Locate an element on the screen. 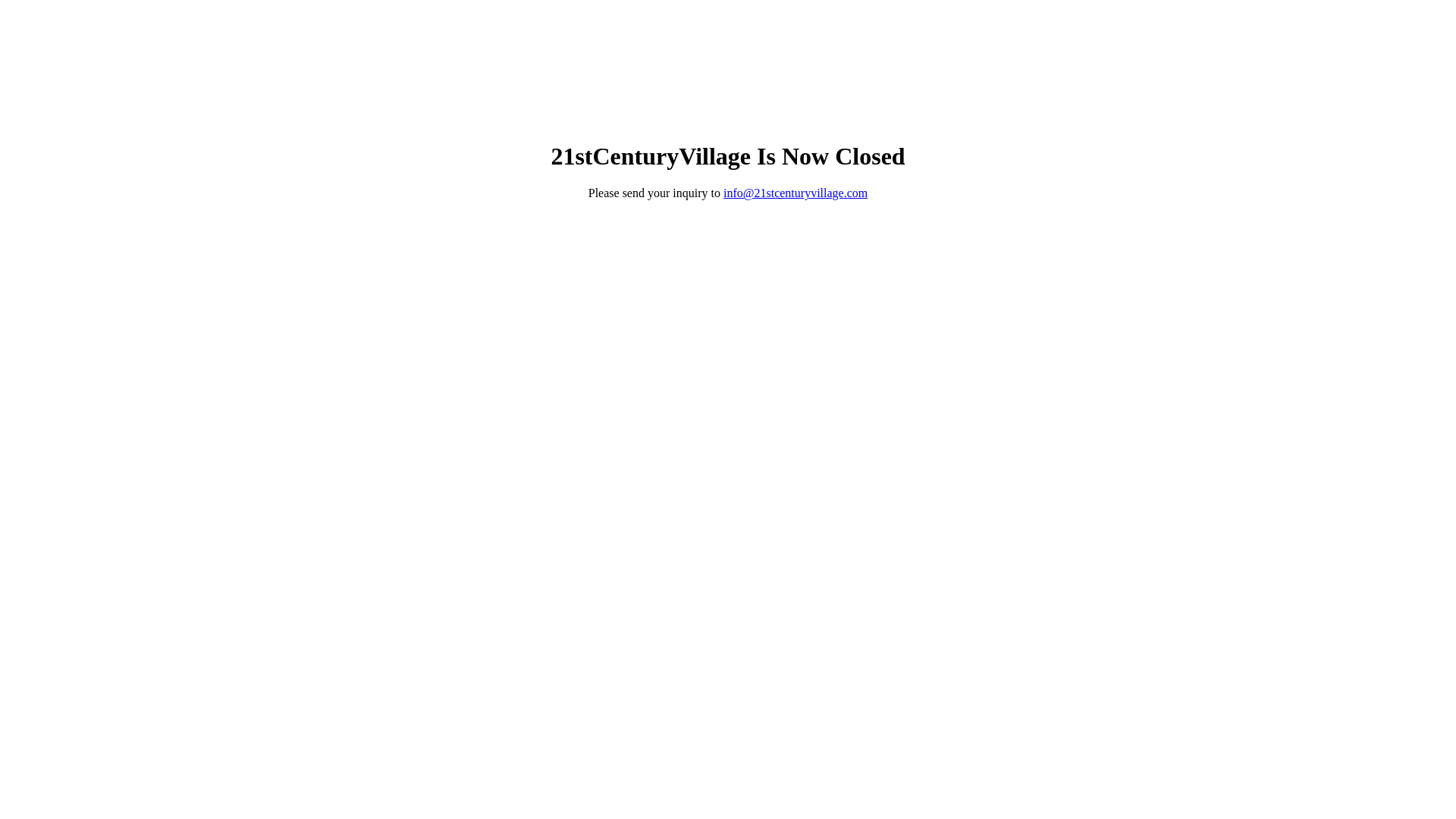  'info@21stcenturyvillage.com' is located at coordinates (723, 192).